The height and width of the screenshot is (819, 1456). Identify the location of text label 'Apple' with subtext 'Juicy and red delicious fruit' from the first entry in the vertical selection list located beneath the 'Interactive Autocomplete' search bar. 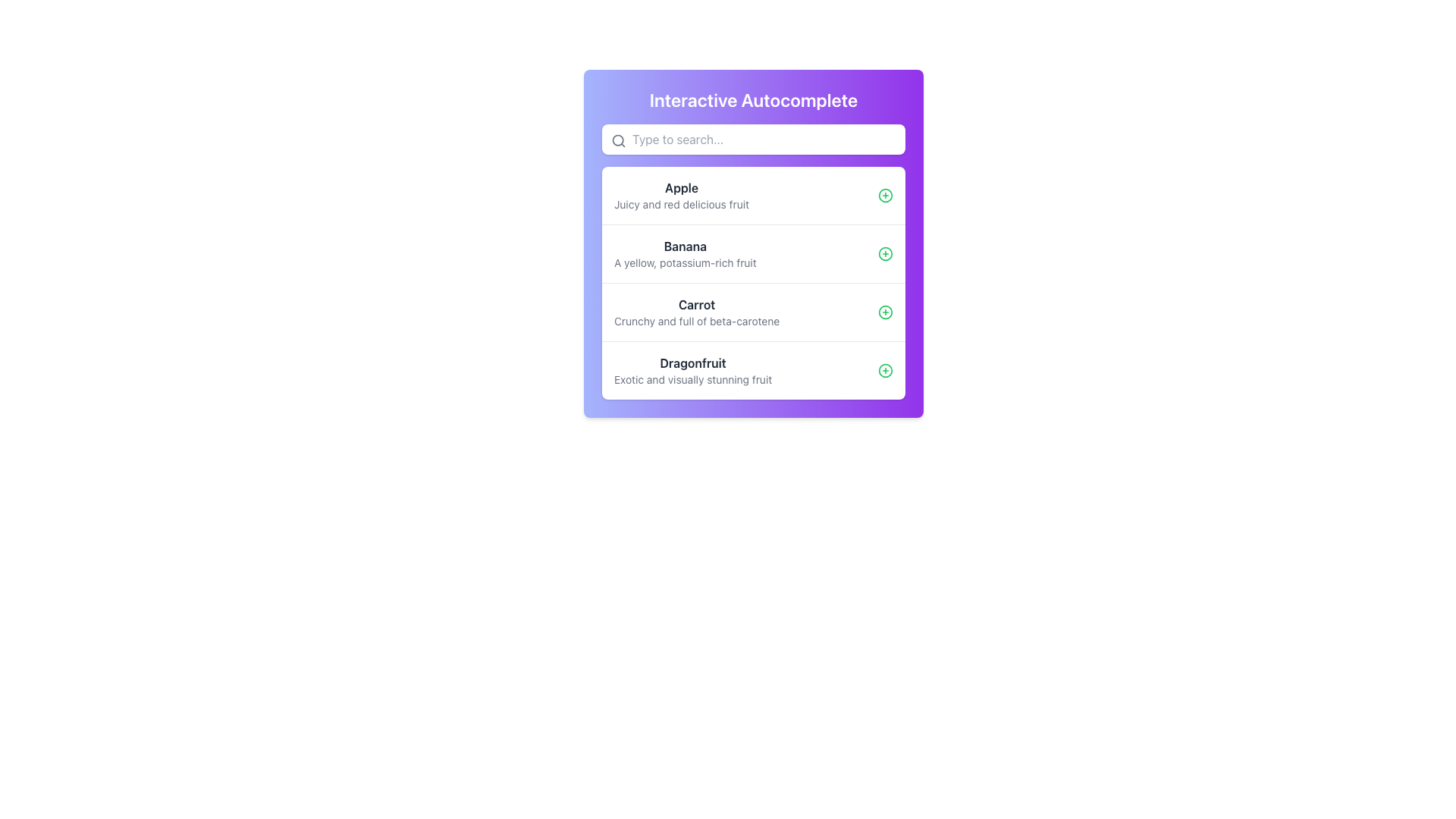
(680, 195).